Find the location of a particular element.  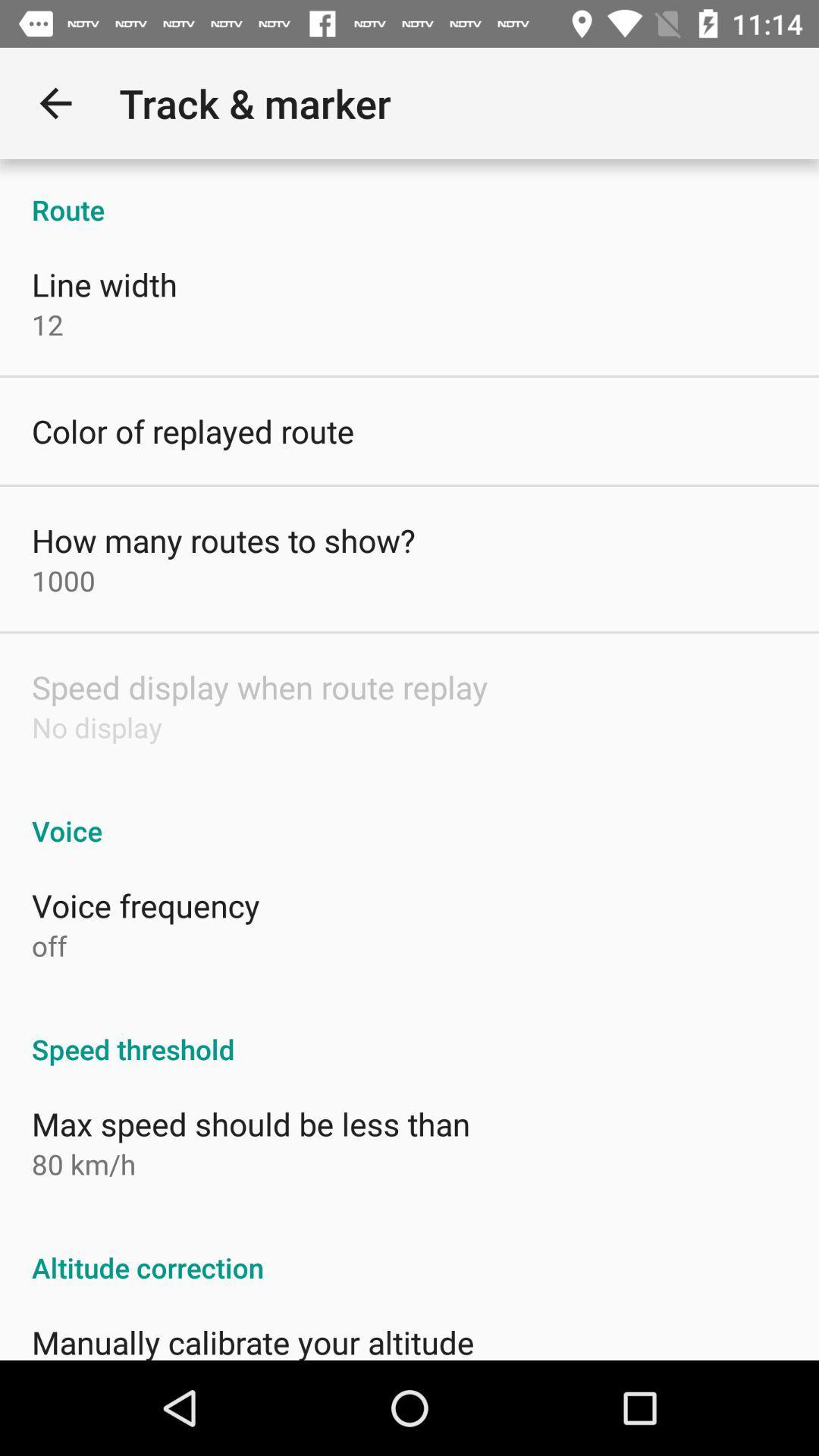

the icon above the manually calibrate your is located at coordinates (409, 1251).